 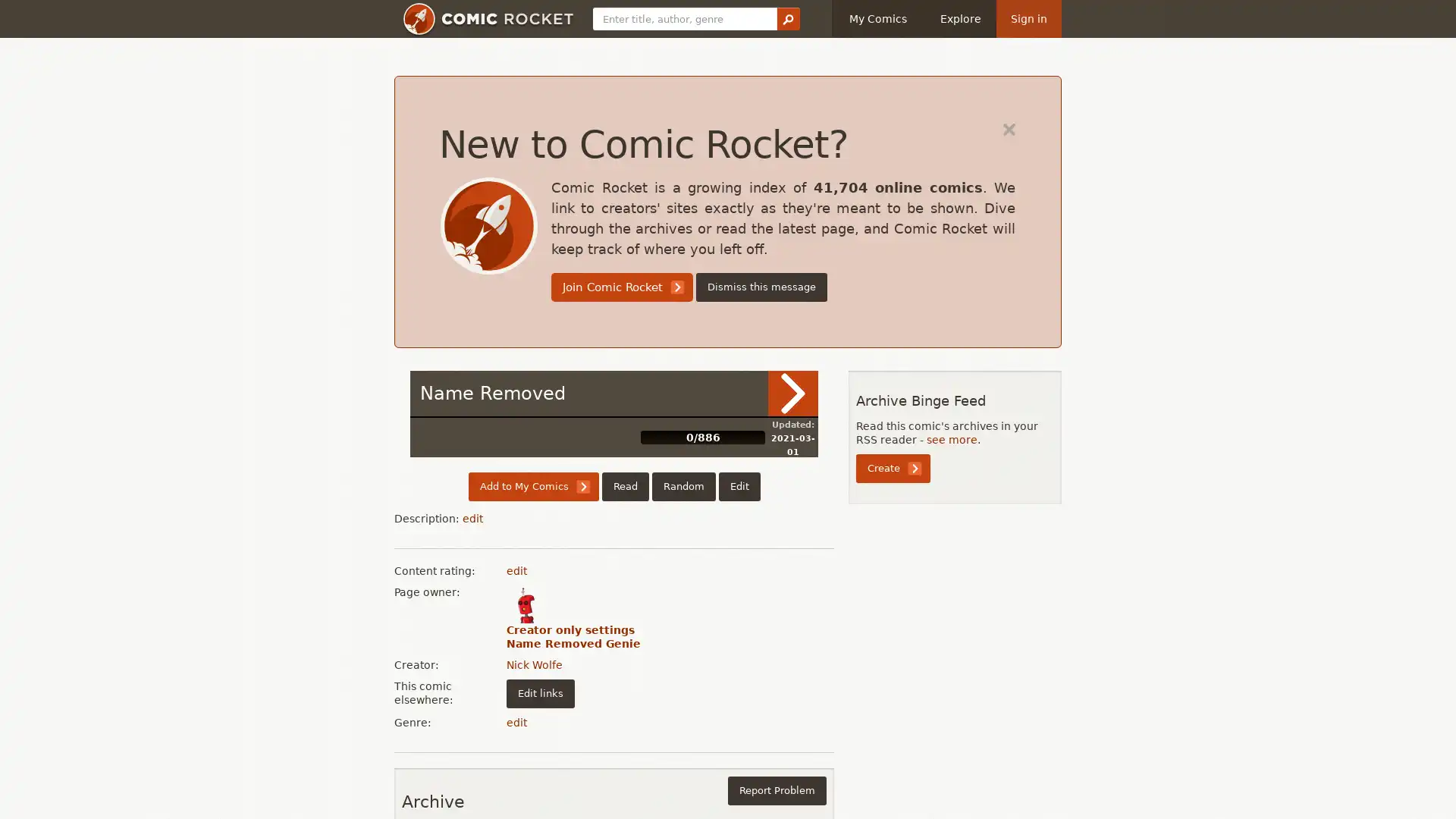 I want to click on Create, so click(x=893, y=467).